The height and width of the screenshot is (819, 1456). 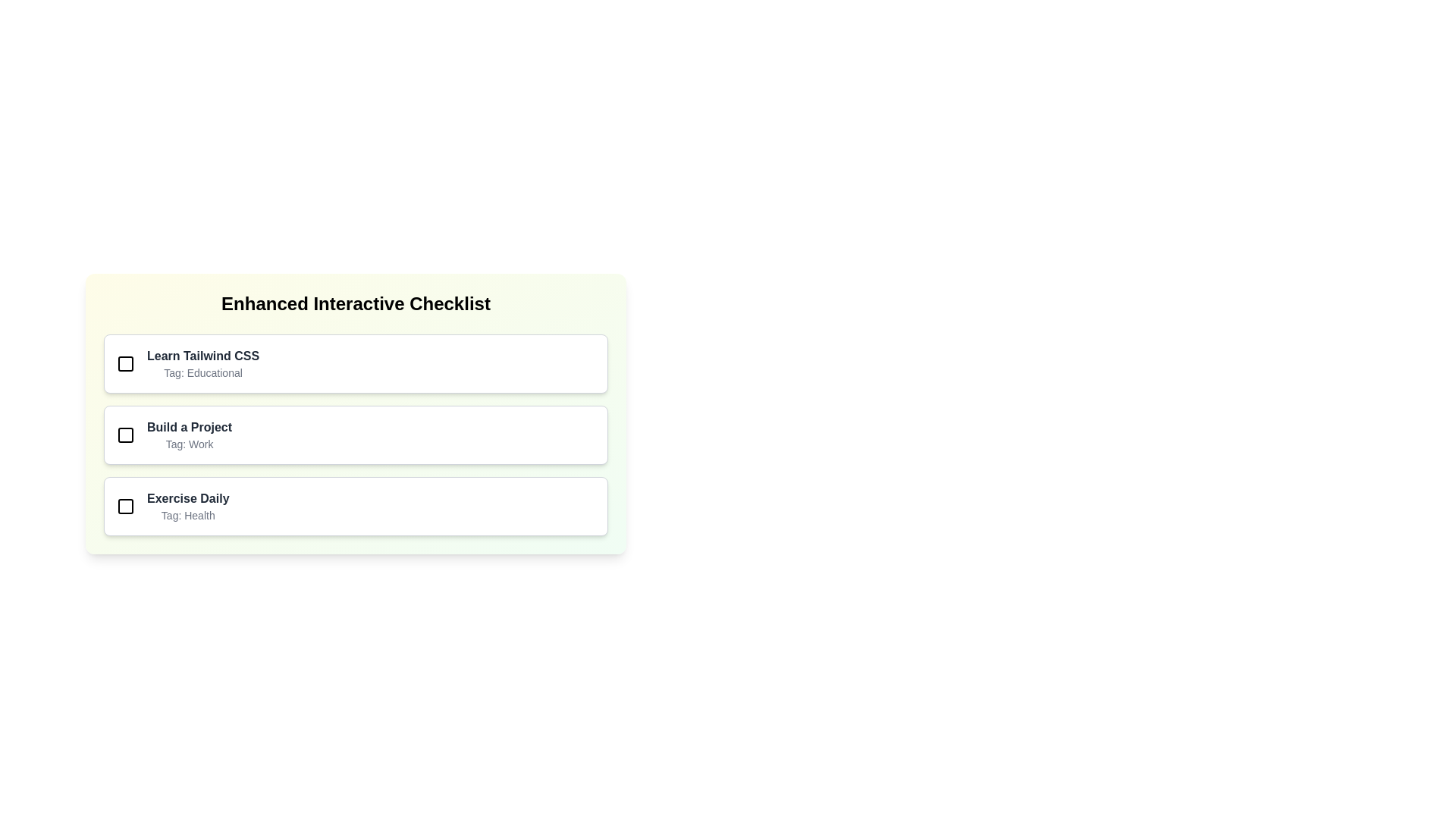 I want to click on the inner part of the checkbox for the task labeled 'Learn Tailwind CSS', which is visually represented as a small square with rounded corners located inside a larger square, so click(x=126, y=363).